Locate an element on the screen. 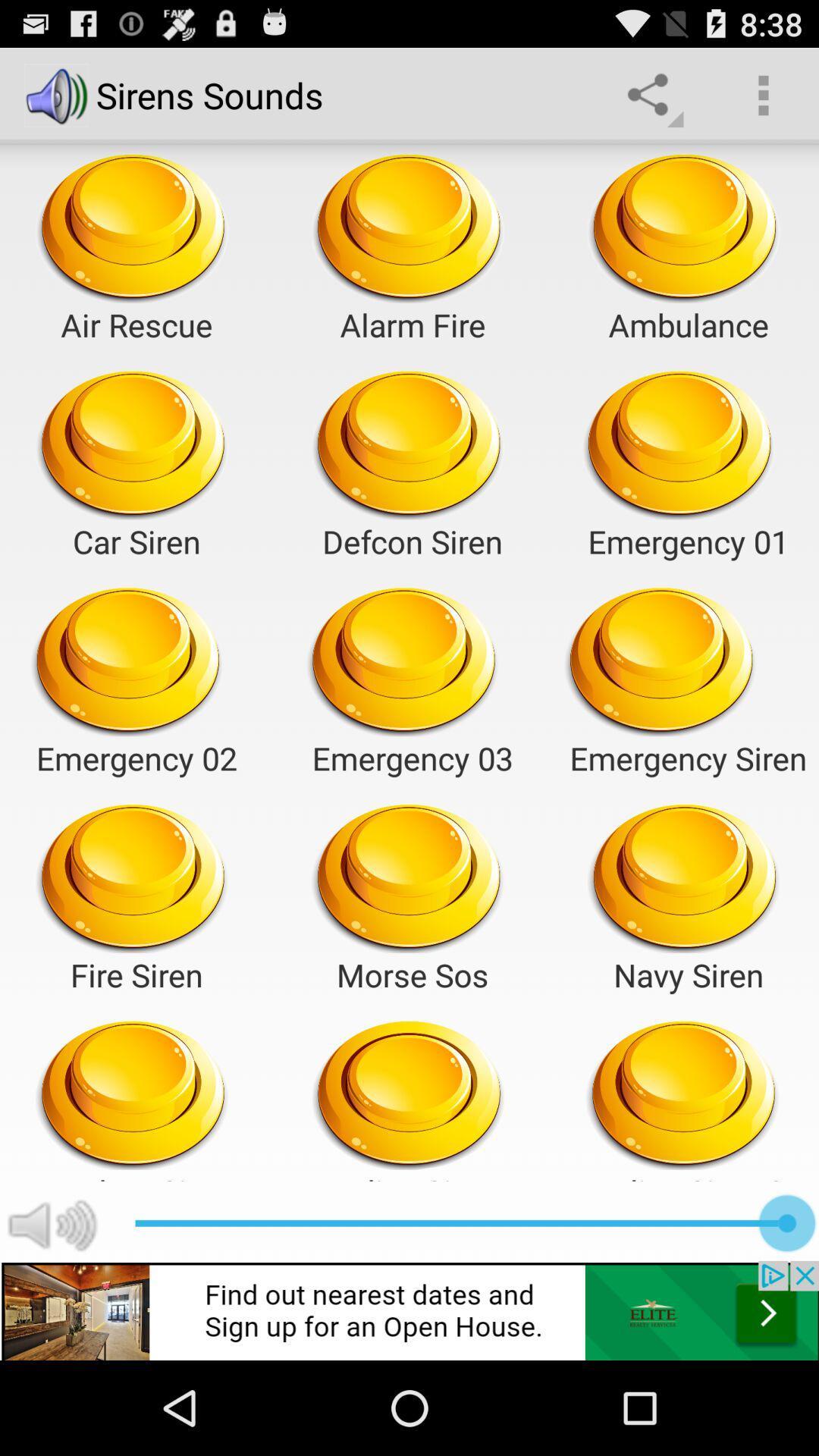 This screenshot has height=1456, width=819. the volume icon is located at coordinates (51, 1306).